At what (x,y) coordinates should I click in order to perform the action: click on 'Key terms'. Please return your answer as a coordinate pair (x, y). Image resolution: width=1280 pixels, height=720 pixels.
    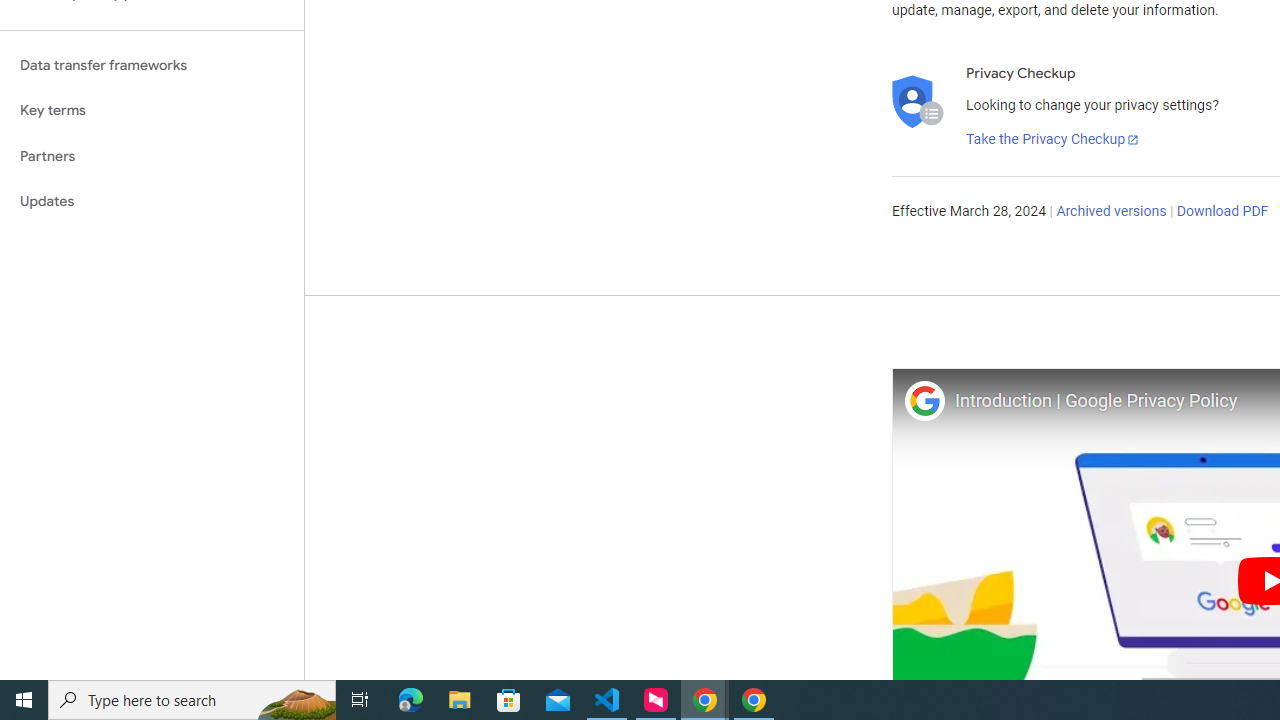
    Looking at the image, I should click on (151, 110).